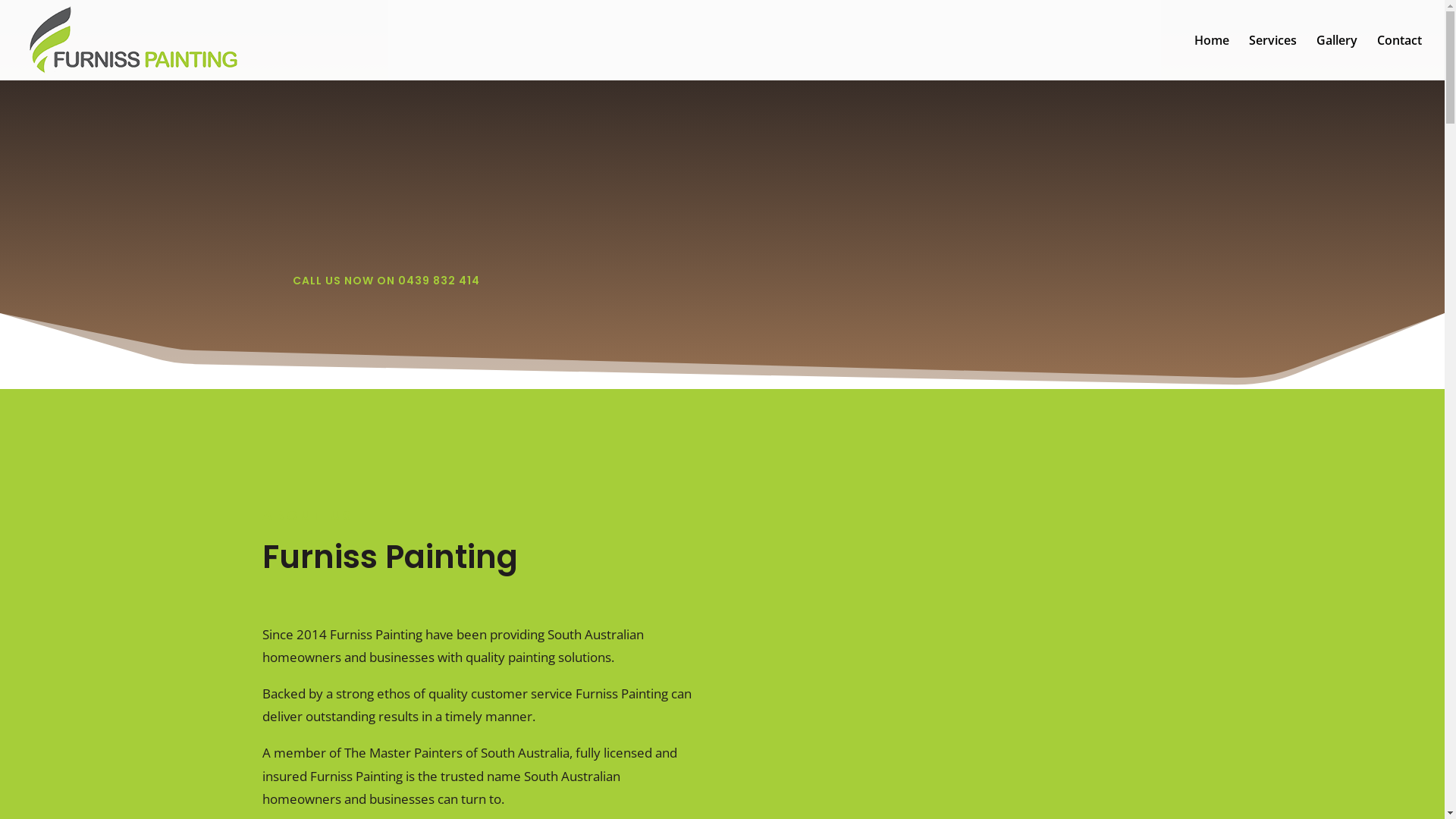  Describe the element at coordinates (386, 281) in the screenshot. I see `'CALL US NOW ON 0439 832 414'` at that location.